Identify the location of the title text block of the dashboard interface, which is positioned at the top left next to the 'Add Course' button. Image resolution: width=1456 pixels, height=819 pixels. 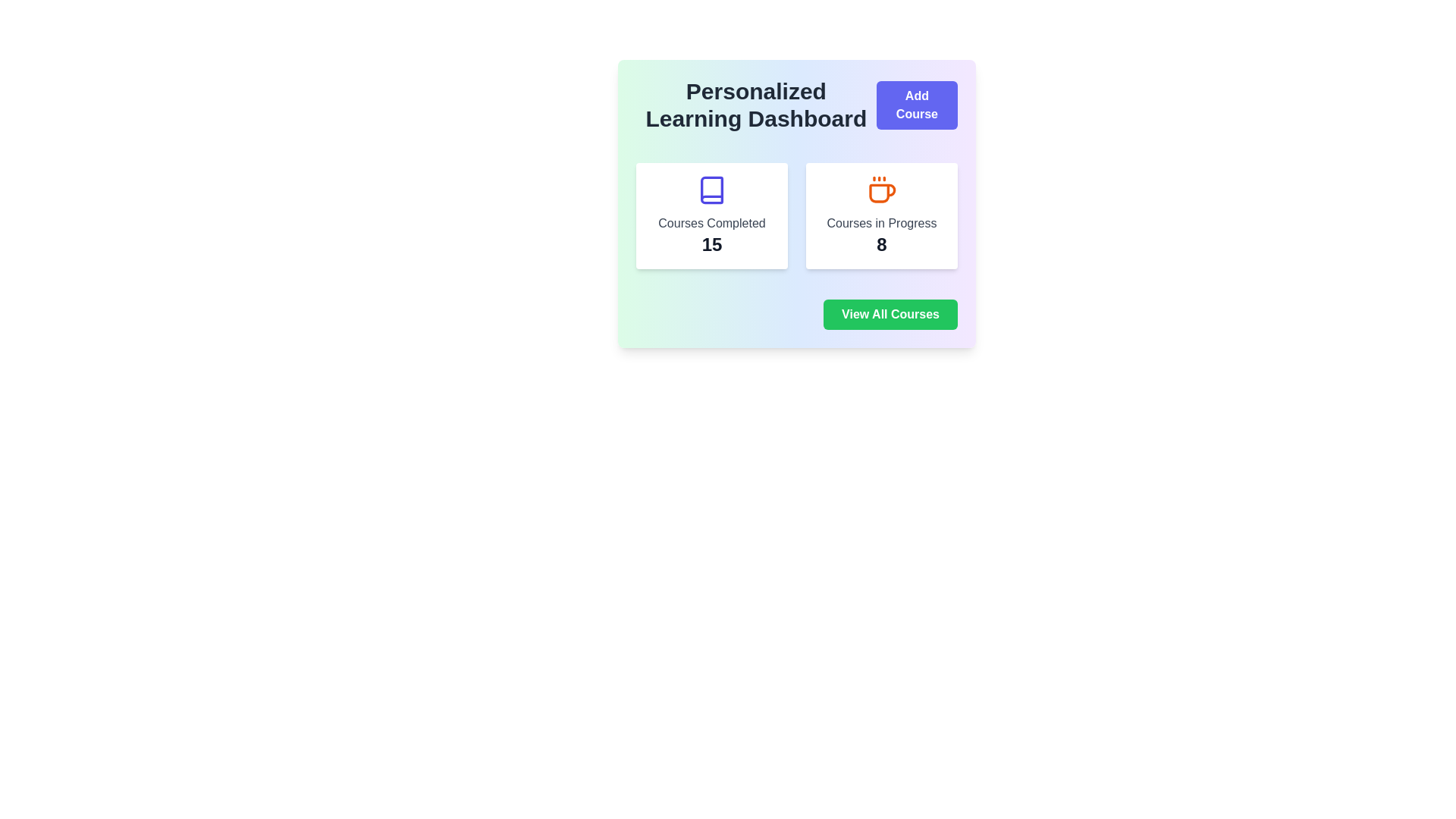
(756, 104).